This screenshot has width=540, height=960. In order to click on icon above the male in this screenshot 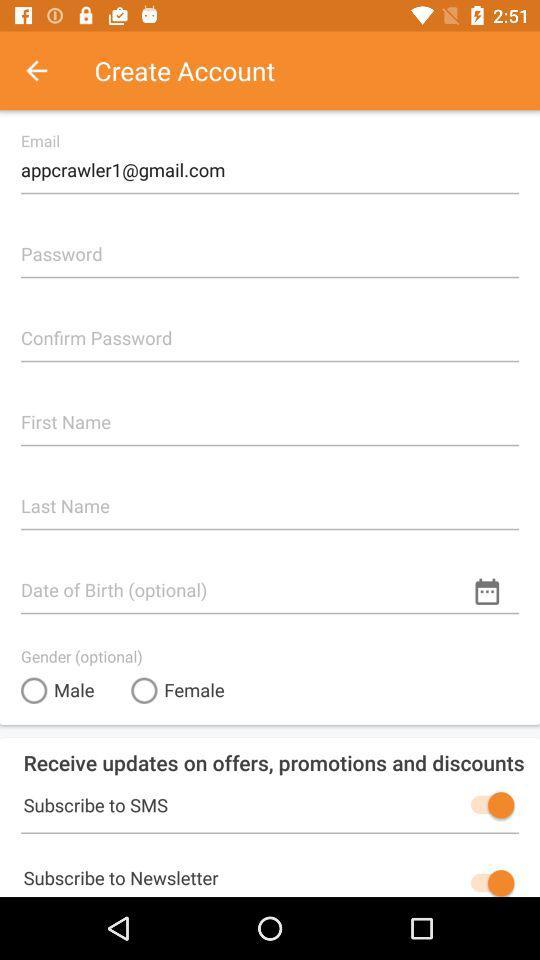, I will do `click(80, 655)`.